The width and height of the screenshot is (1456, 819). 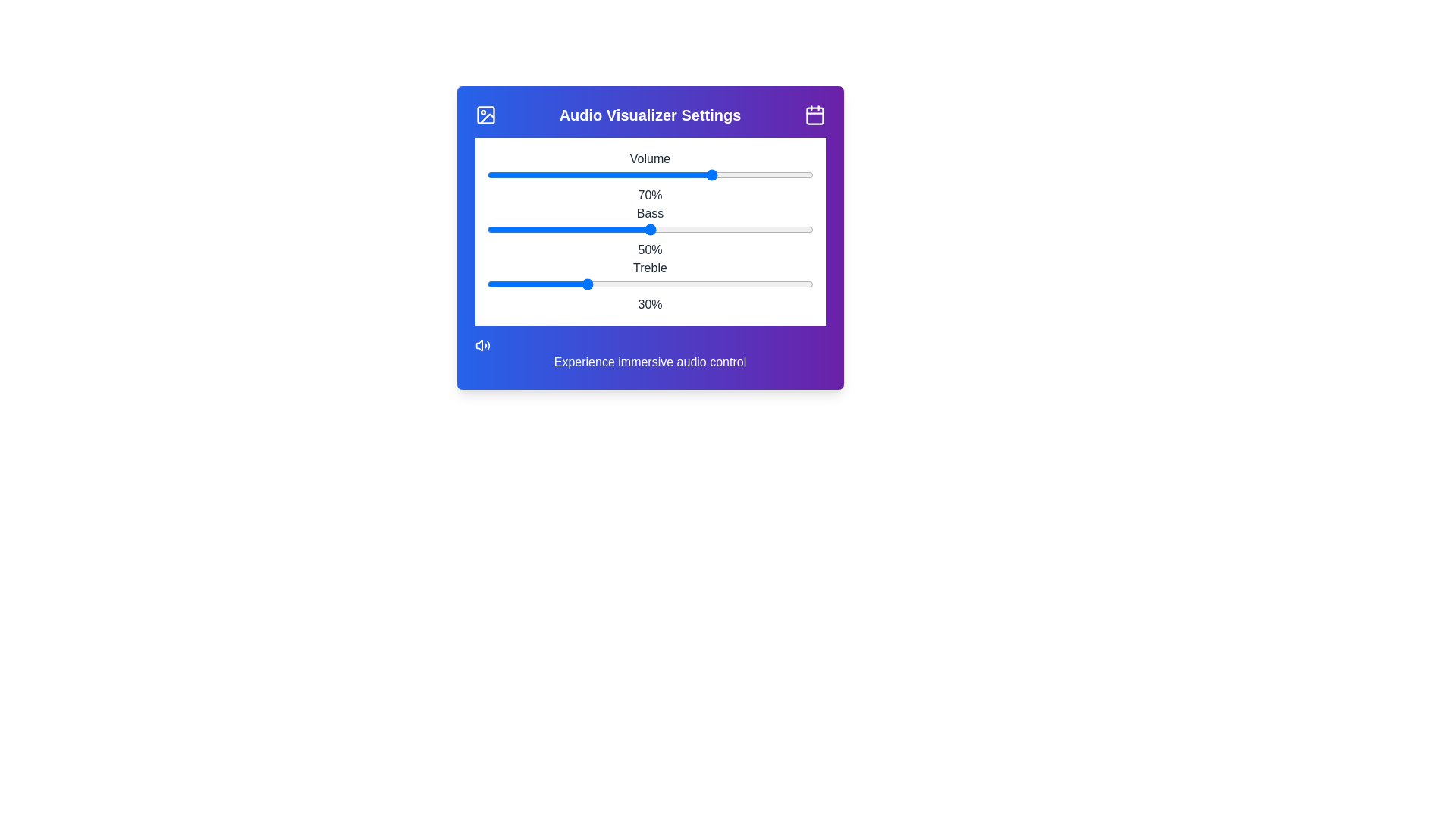 I want to click on the volume slider to set the volume to 10%, so click(x=516, y=174).